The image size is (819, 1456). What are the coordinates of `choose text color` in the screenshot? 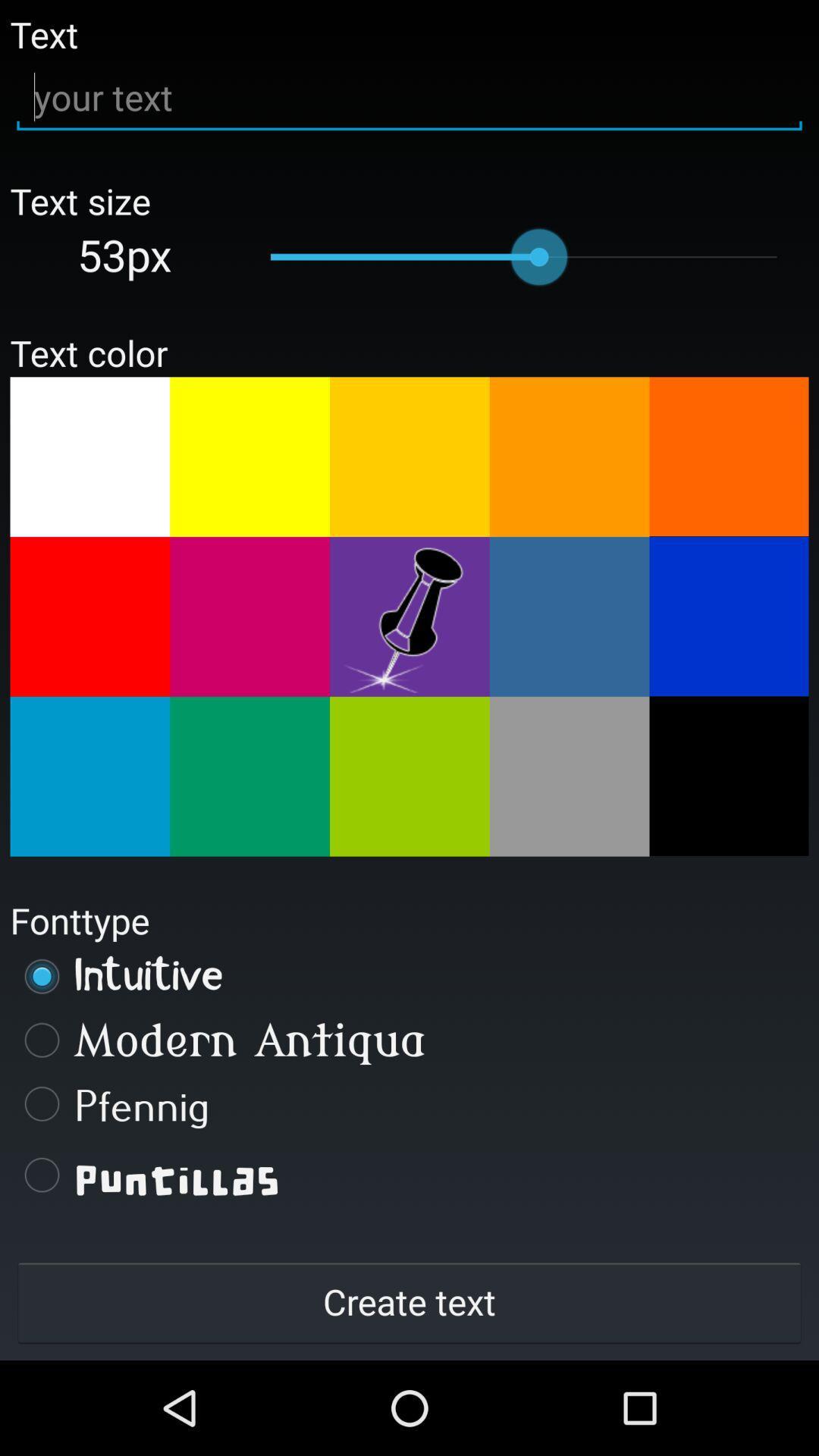 It's located at (249, 777).